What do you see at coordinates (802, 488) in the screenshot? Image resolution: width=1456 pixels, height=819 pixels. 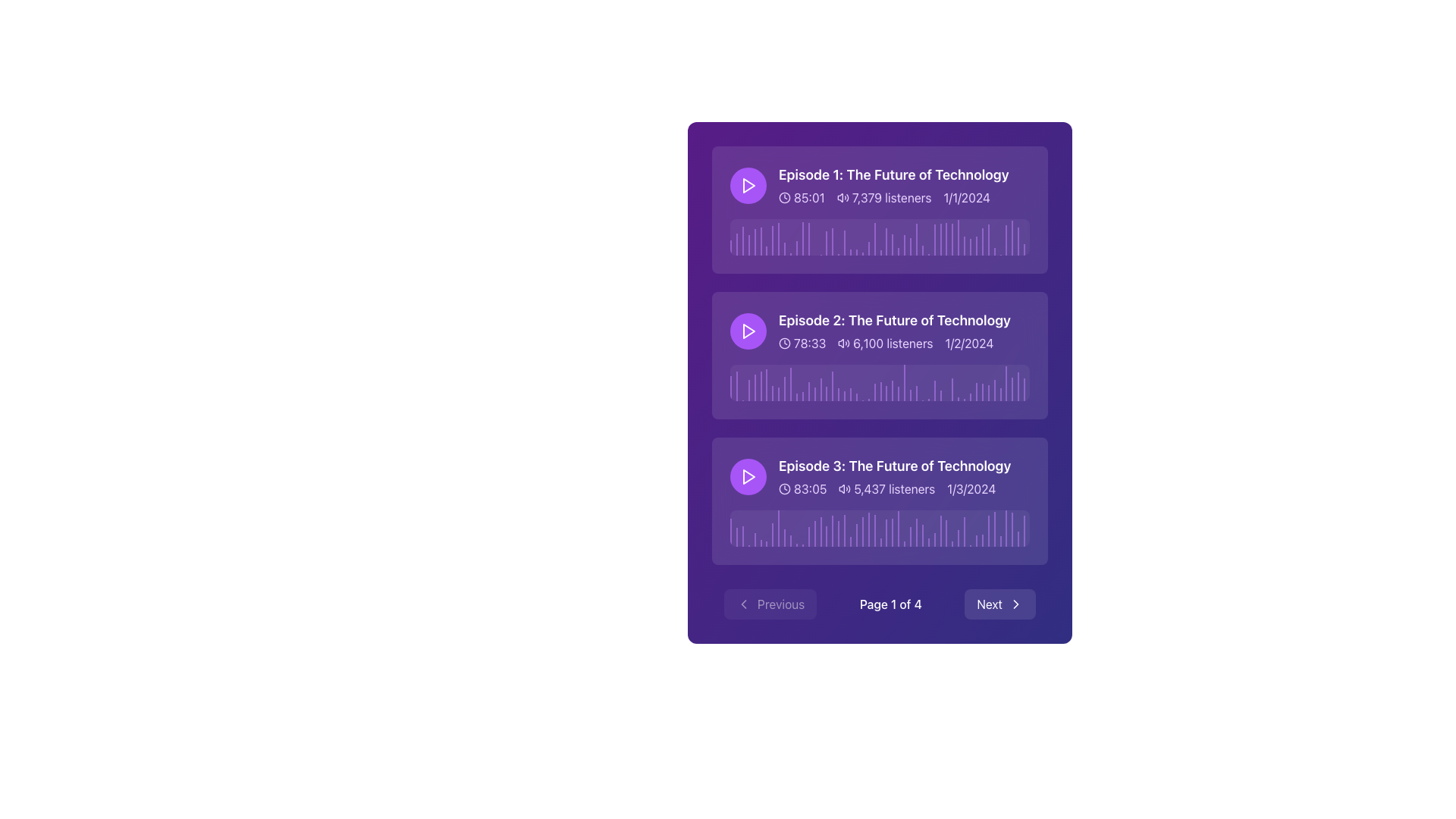 I see `the Text with Icon that indicates the duration of the episode, located at the bottom section of the content panel under 'Episode 3: The Future of Technology'` at bounding box center [802, 488].